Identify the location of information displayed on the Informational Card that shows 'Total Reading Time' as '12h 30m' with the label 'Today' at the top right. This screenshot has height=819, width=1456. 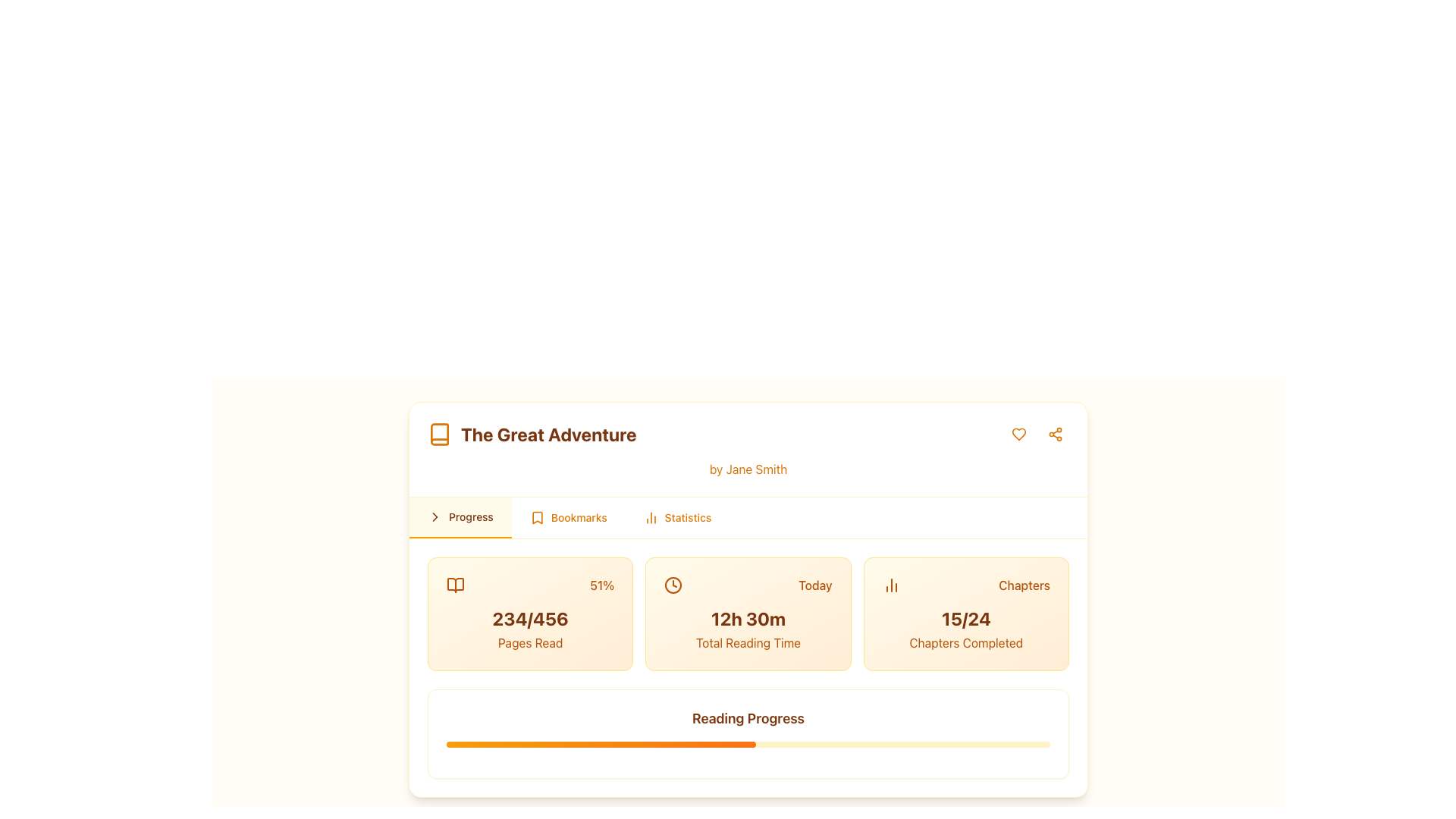
(748, 667).